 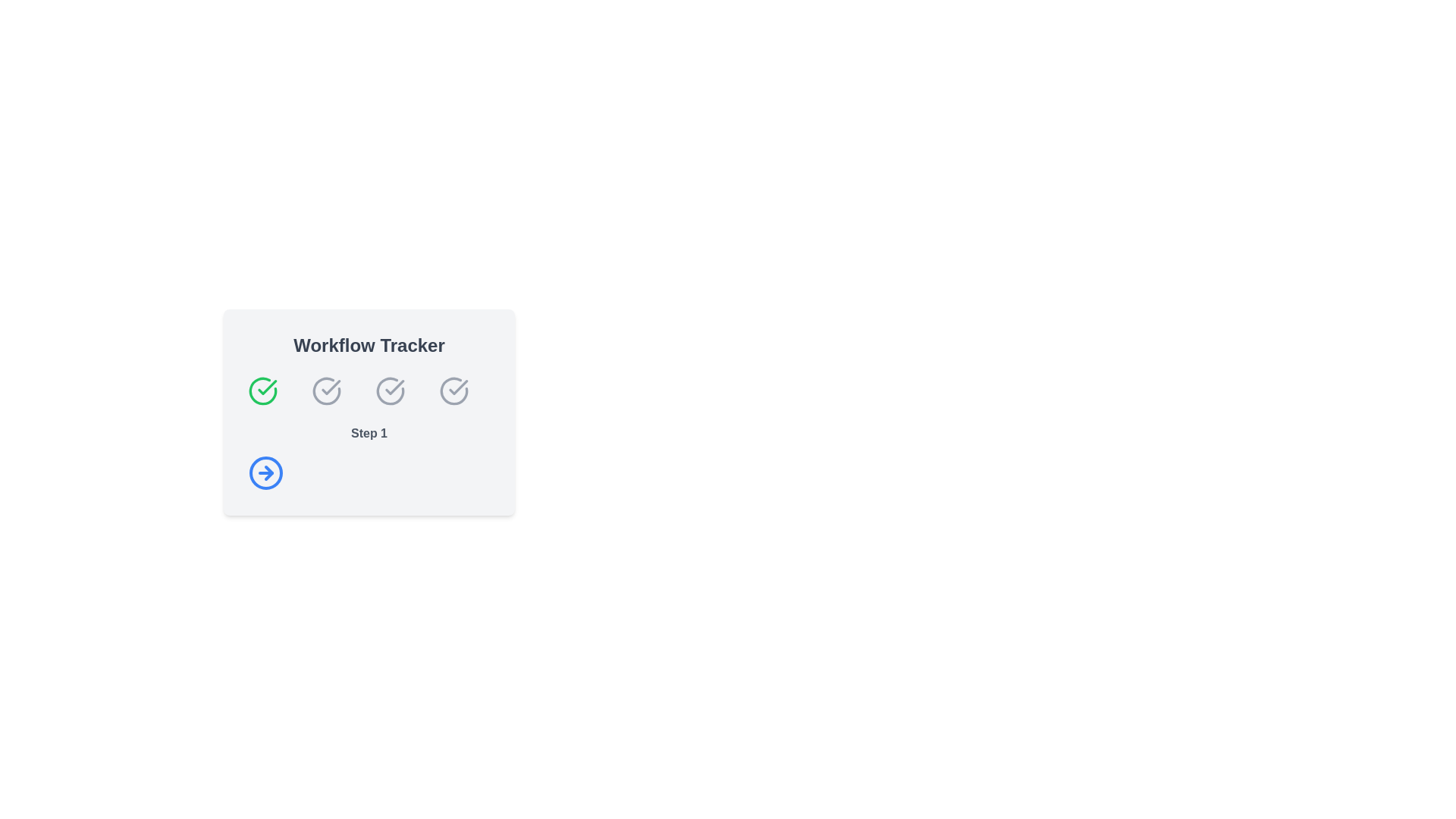 I want to click on the success completion icon within the Workflow Tracker card UI, so click(x=267, y=386).